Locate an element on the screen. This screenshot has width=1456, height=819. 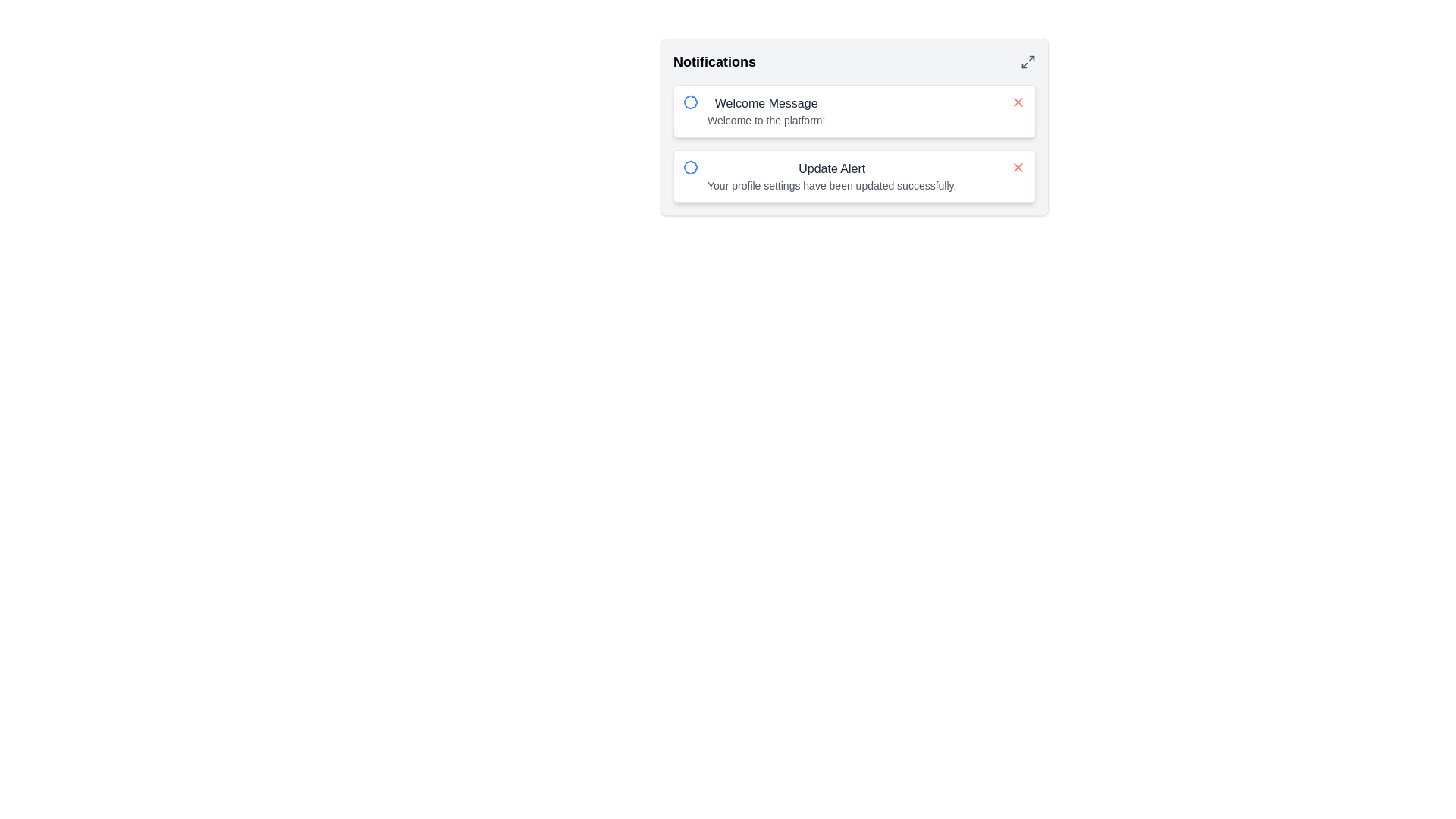
the badge icon that visually indicates the category or importance of the notification at the beginning of the 'Welcome Message' notification item is located at coordinates (690, 102).